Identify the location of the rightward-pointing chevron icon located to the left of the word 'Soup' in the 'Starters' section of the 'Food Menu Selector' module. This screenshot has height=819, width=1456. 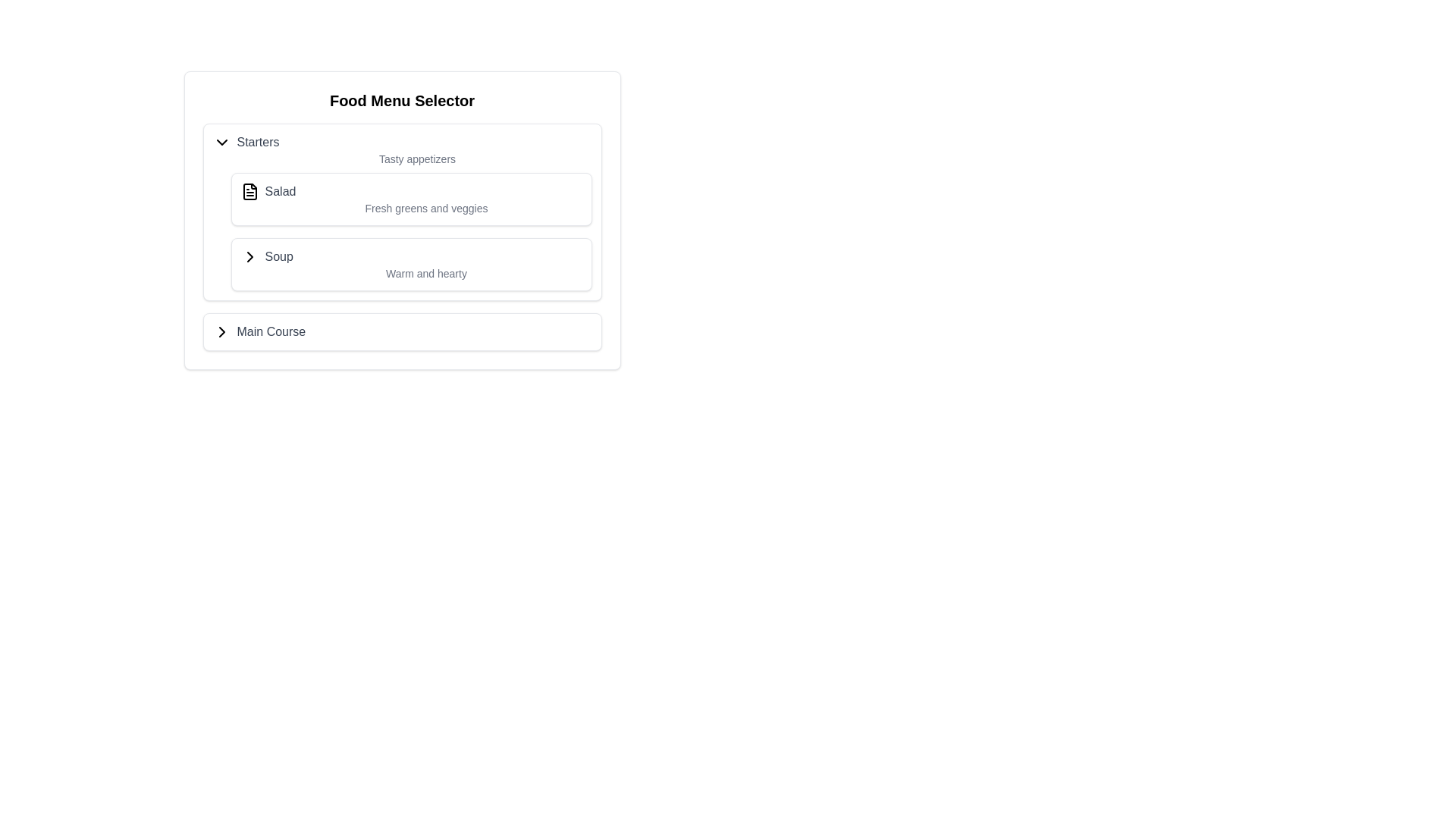
(249, 256).